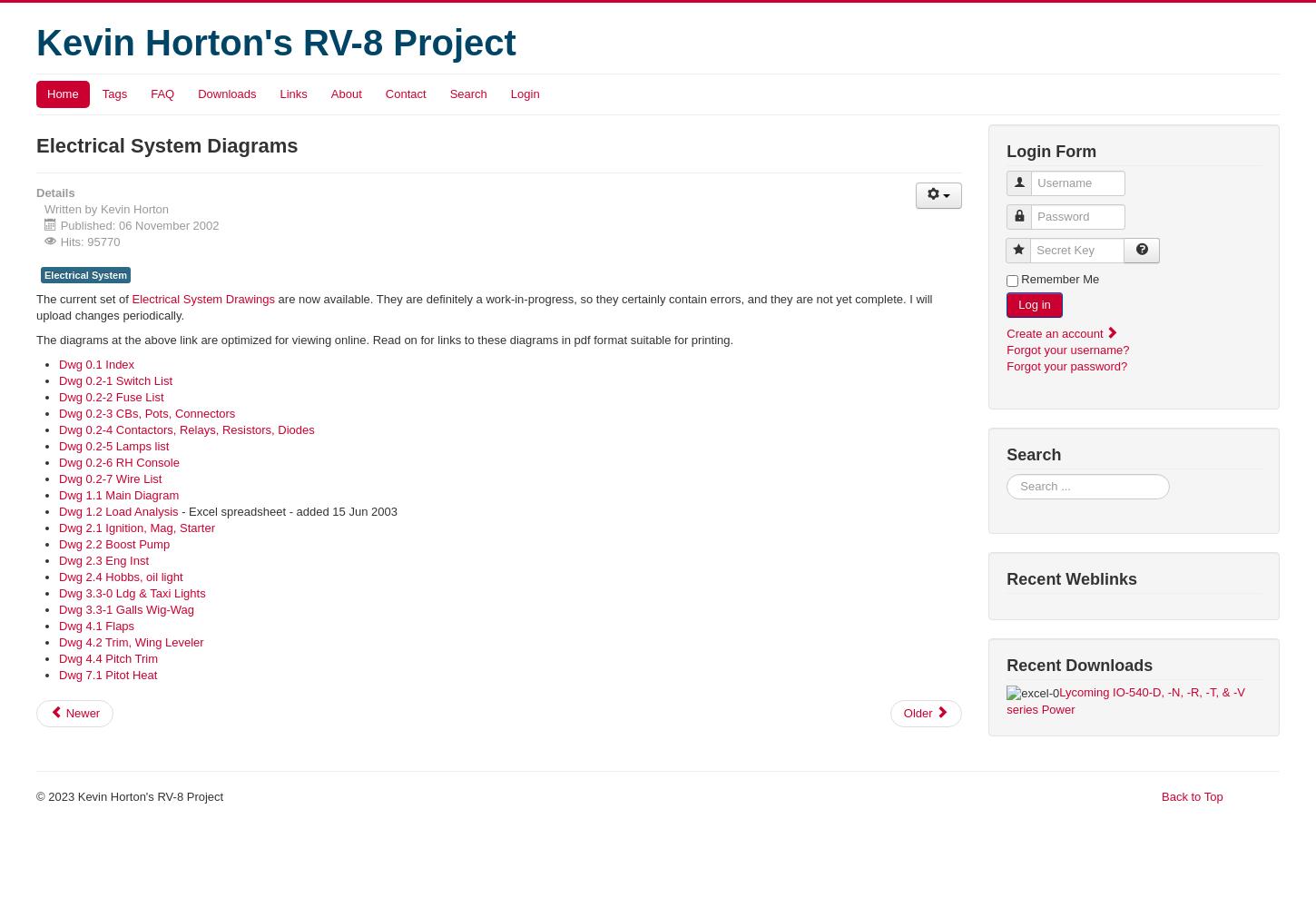 This screenshot has width=1316, height=908. Describe the element at coordinates (114, 380) in the screenshot. I see `'Dwg 0.2-1 Switch List'` at that location.